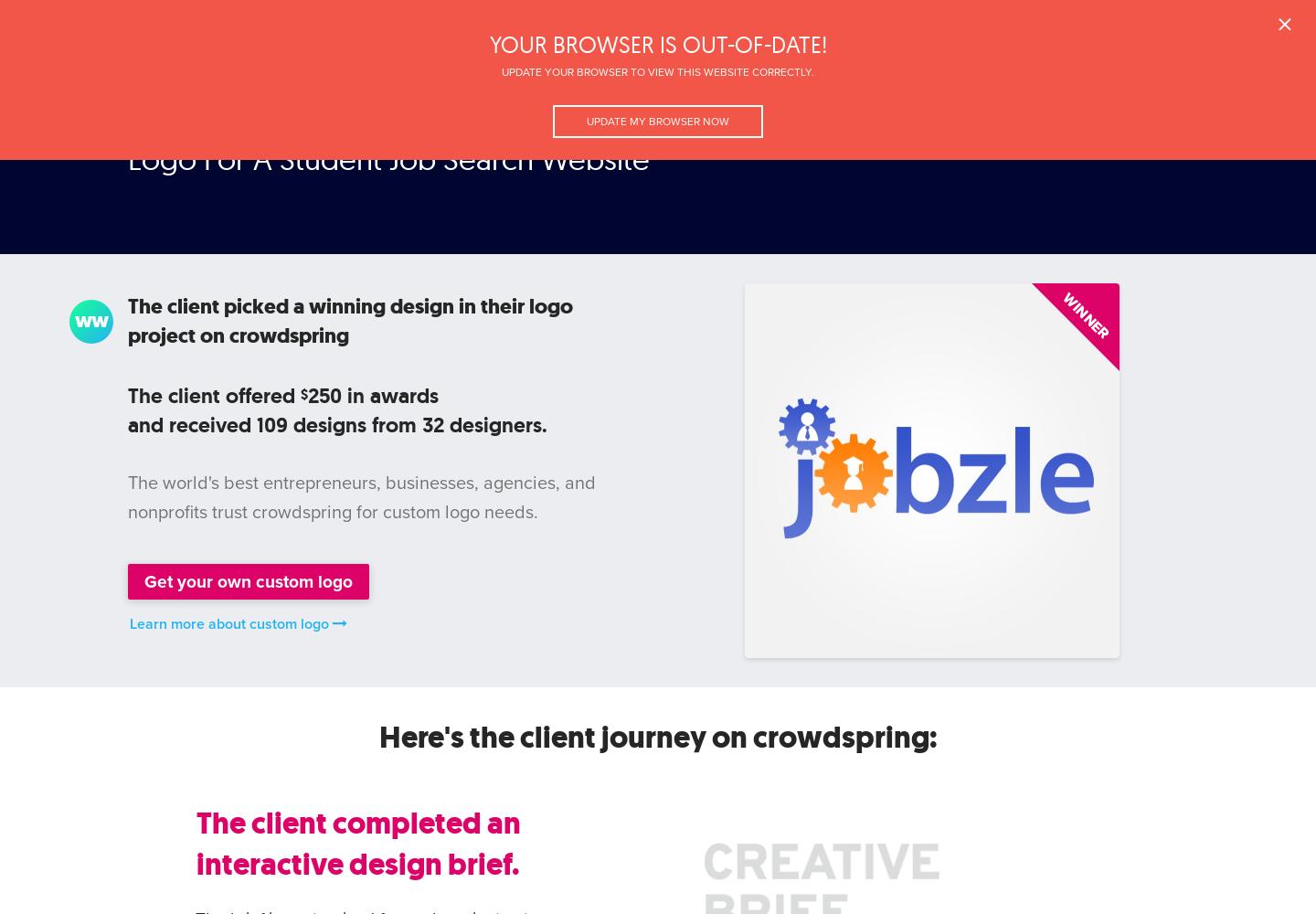  Describe the element at coordinates (176, 395) in the screenshot. I see `'The client'` at that location.